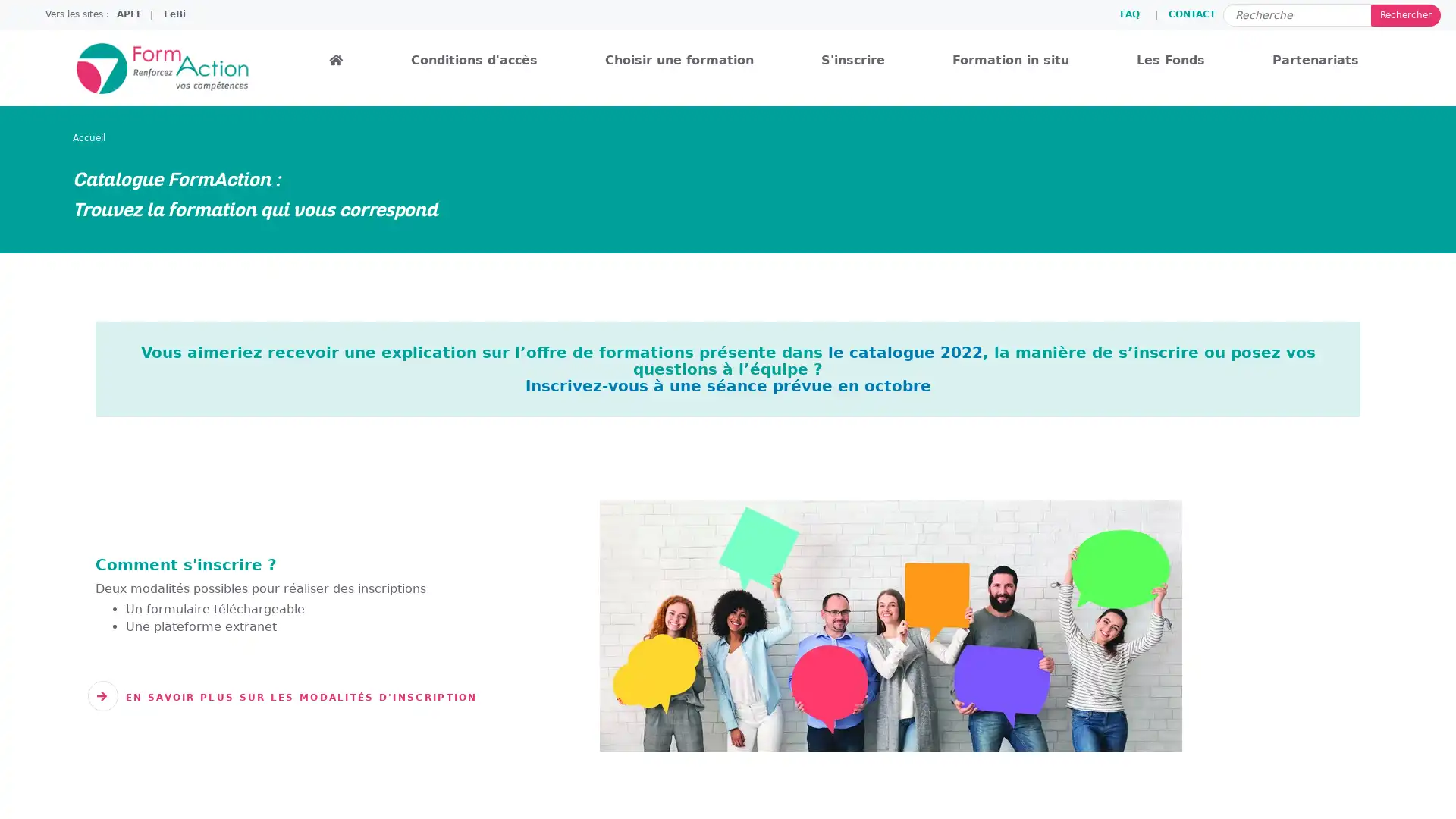  I want to click on Rechercher, so click(1404, 14).